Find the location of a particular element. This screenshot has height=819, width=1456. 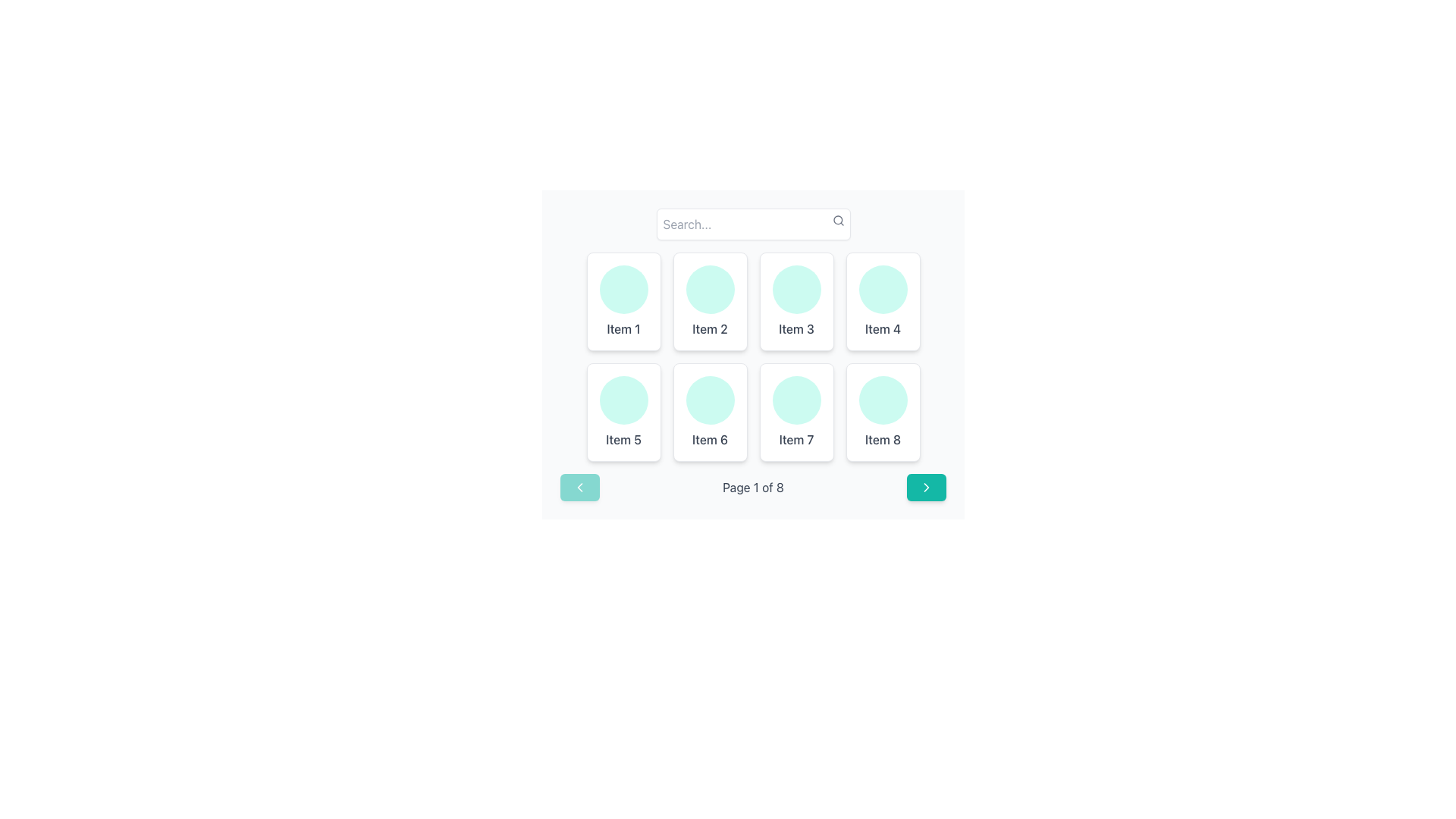

the label located in the upper row of the second column of a four-column grid, which identifies the fourth item card is located at coordinates (883, 328).